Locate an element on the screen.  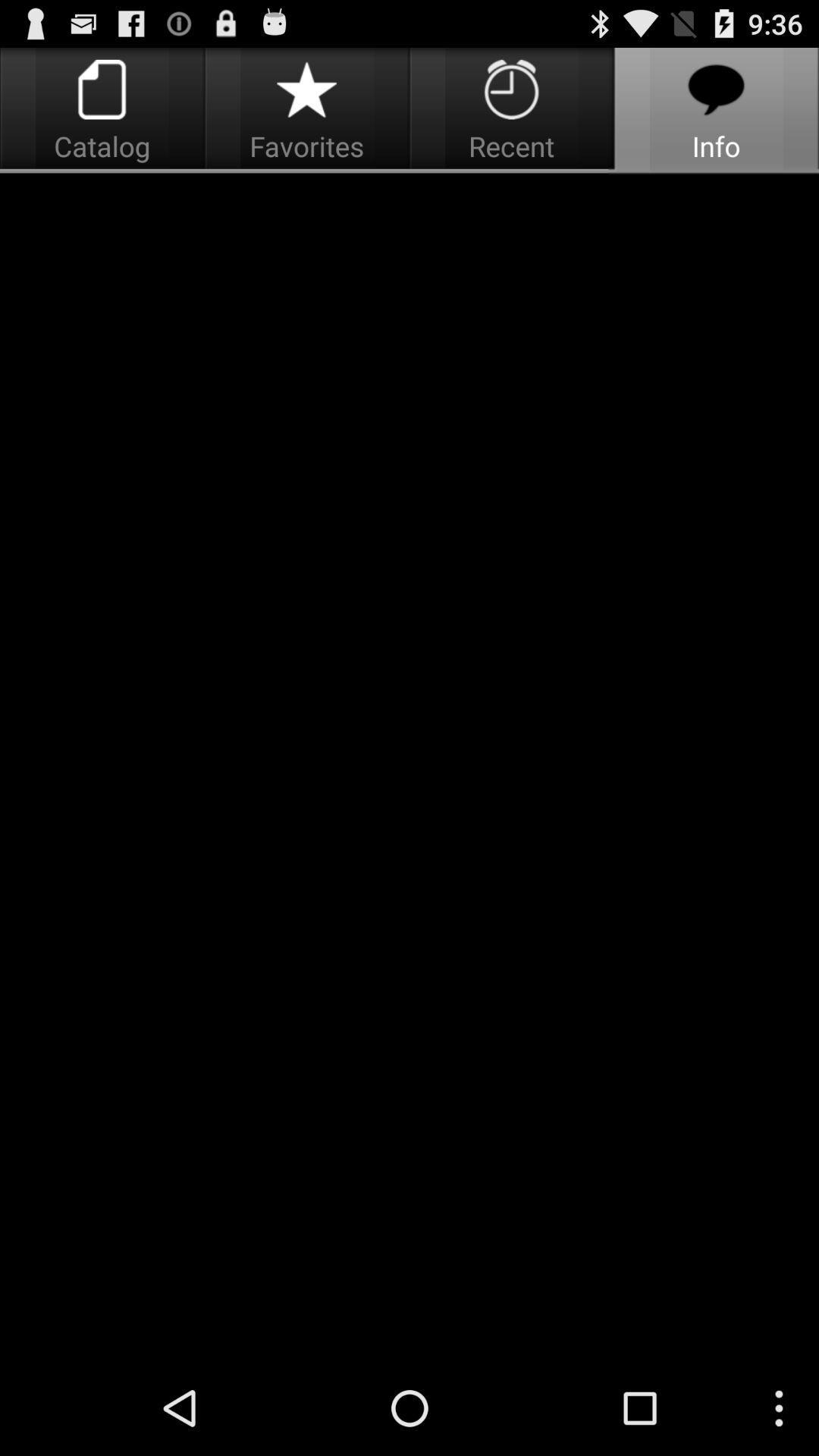
item at the center is located at coordinates (409, 767).